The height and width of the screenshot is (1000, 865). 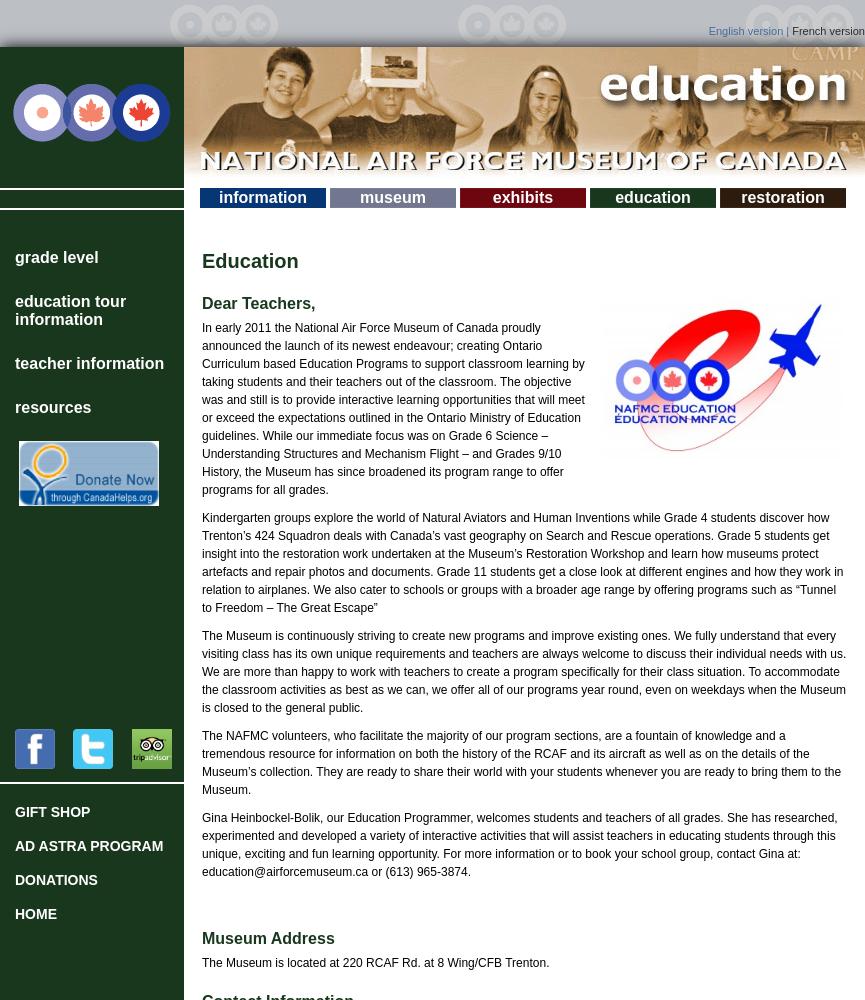 What do you see at coordinates (56, 257) in the screenshot?
I see `'Grade Level'` at bounding box center [56, 257].